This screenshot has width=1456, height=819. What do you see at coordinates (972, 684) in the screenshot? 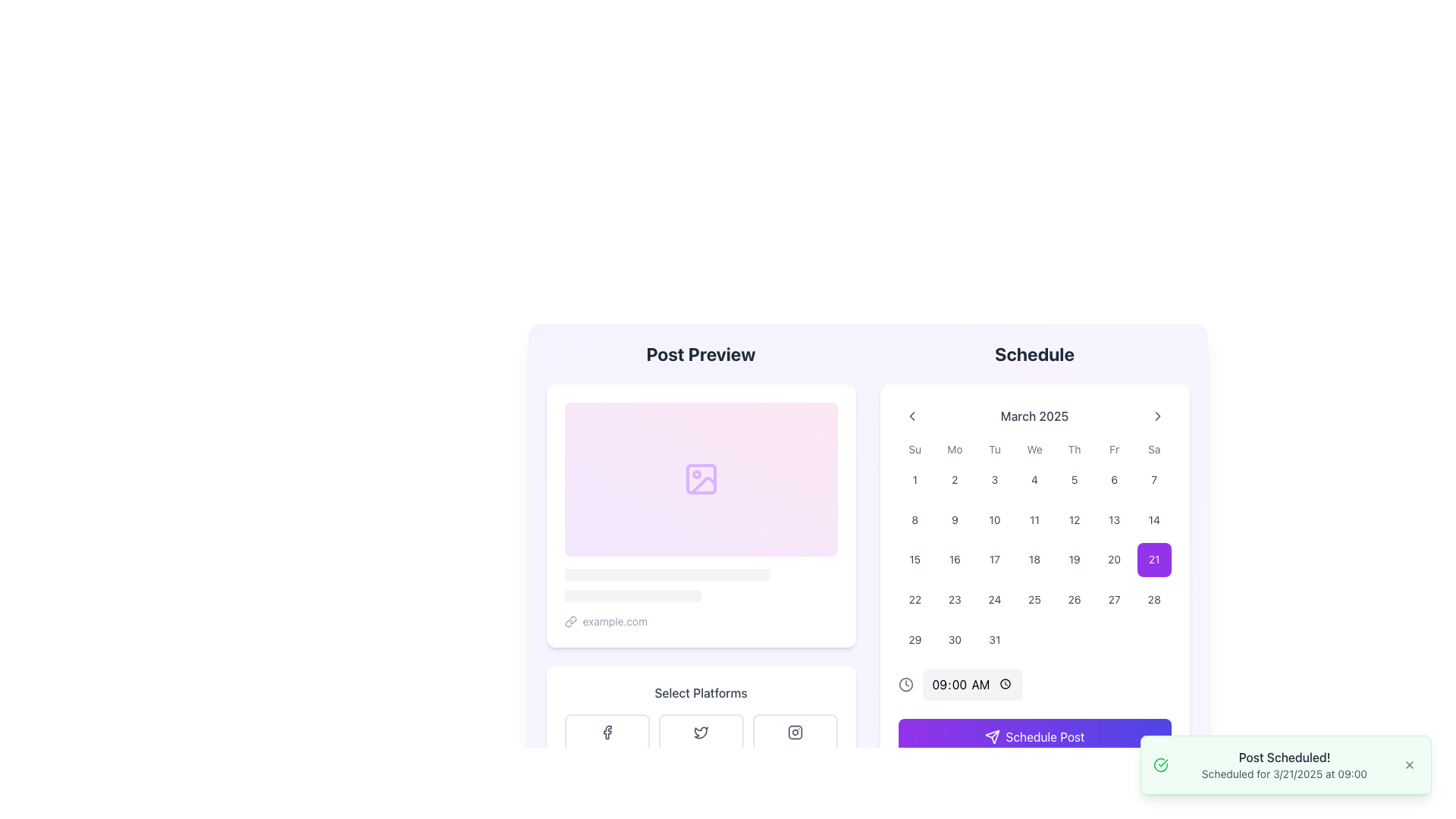
I see `the time input field with a light gray background, displaying the time '09:00 AM'` at bounding box center [972, 684].